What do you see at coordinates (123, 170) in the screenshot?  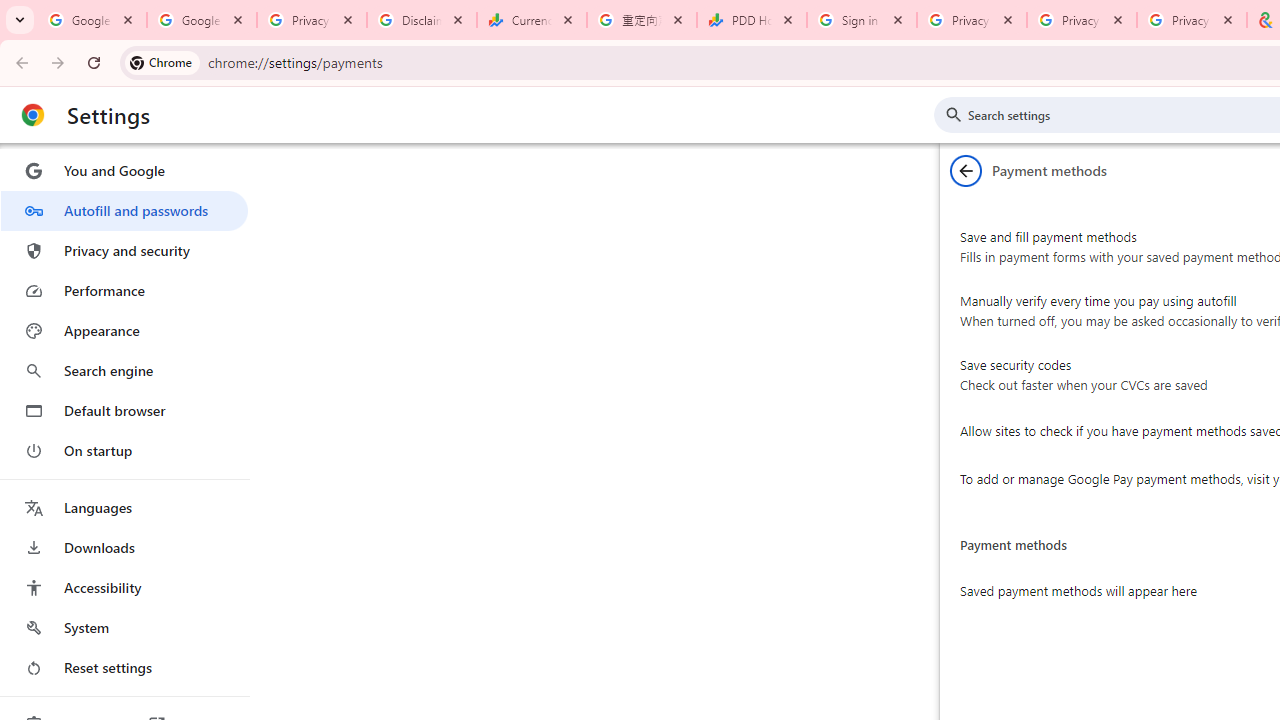 I see `'You and Google'` at bounding box center [123, 170].